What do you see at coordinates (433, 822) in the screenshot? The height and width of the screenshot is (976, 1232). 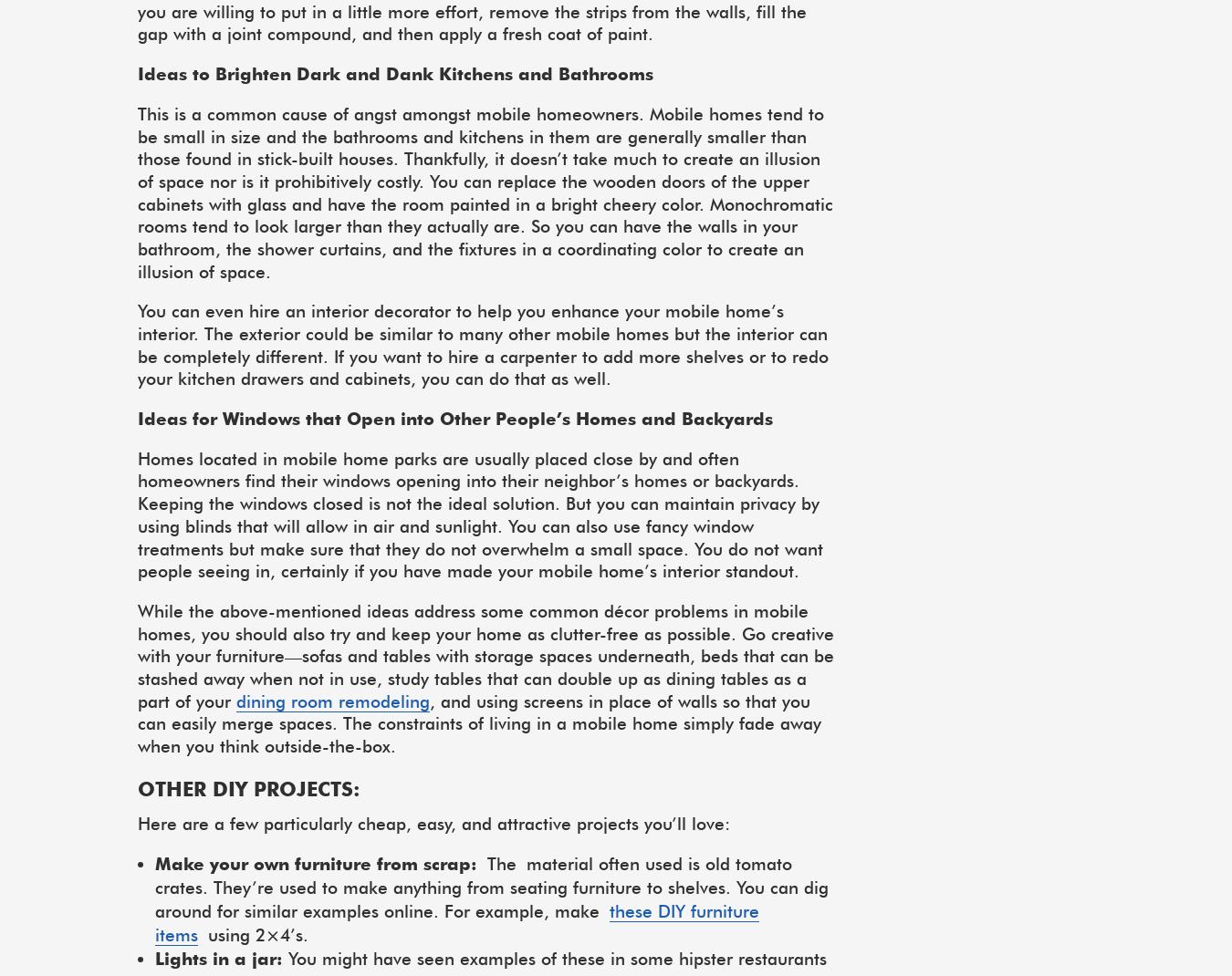 I see `'Here are a few particularly cheap, easy, and attractive projects you’ll love:'` at bounding box center [433, 822].